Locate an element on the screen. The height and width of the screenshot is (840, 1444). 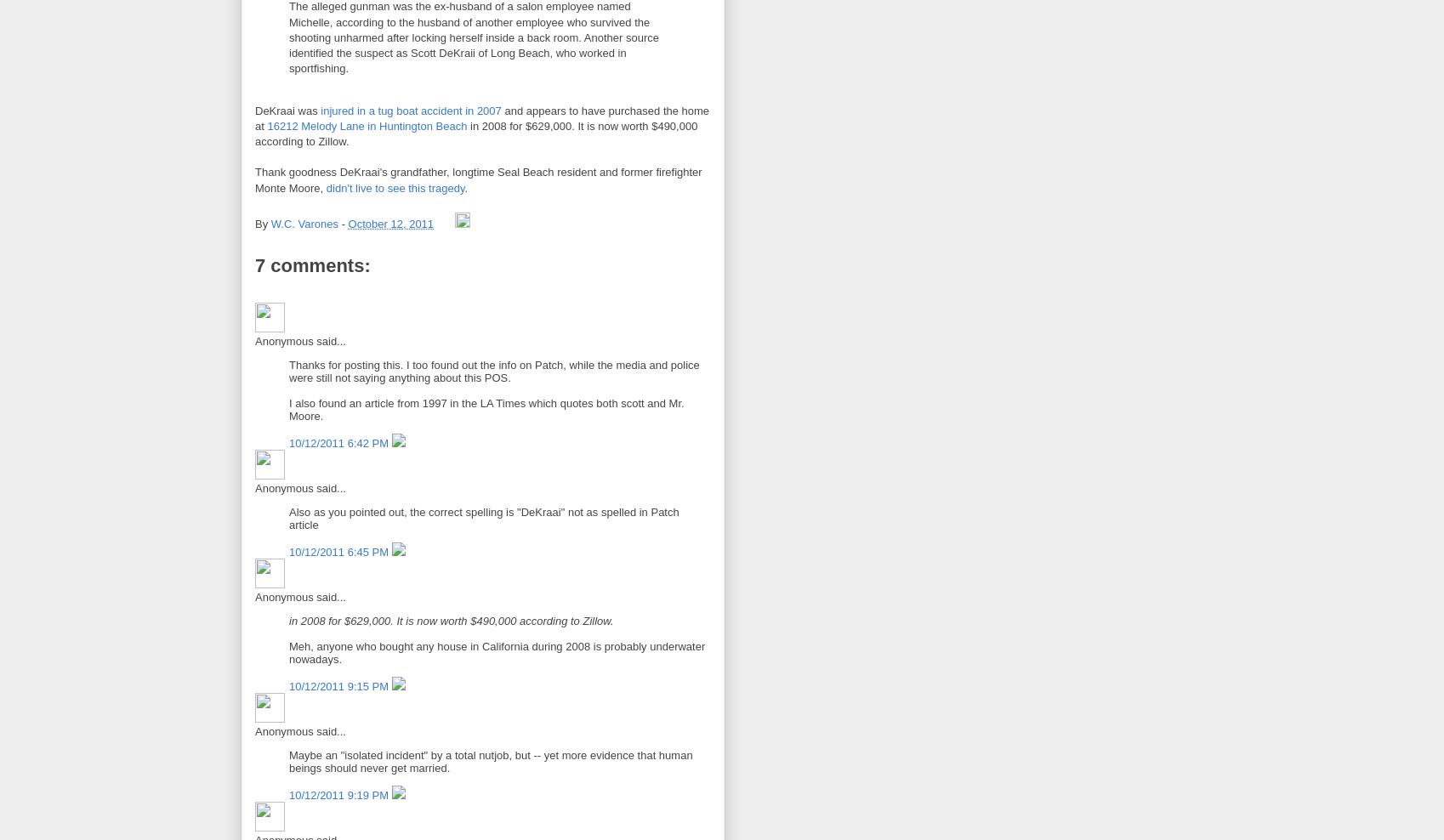
'W.C. Varones' is located at coordinates (304, 223).